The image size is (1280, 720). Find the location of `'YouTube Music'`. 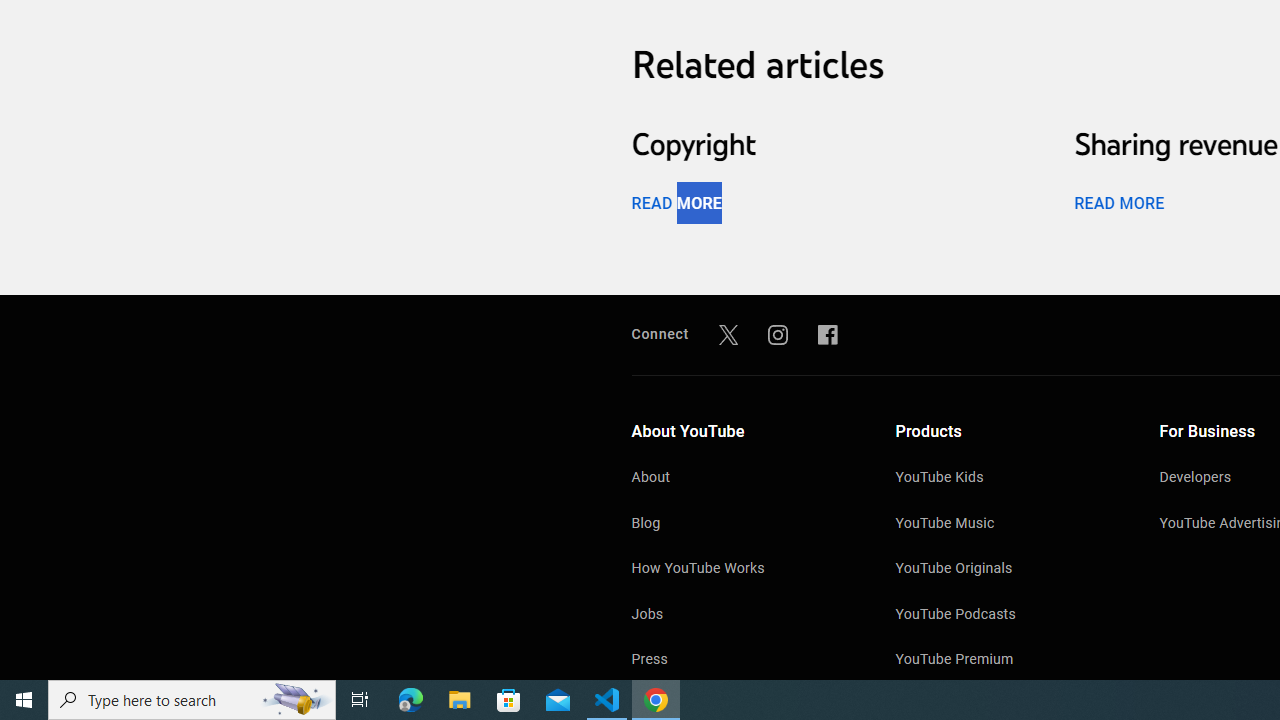

'YouTube Music' is located at coordinates (1007, 523).